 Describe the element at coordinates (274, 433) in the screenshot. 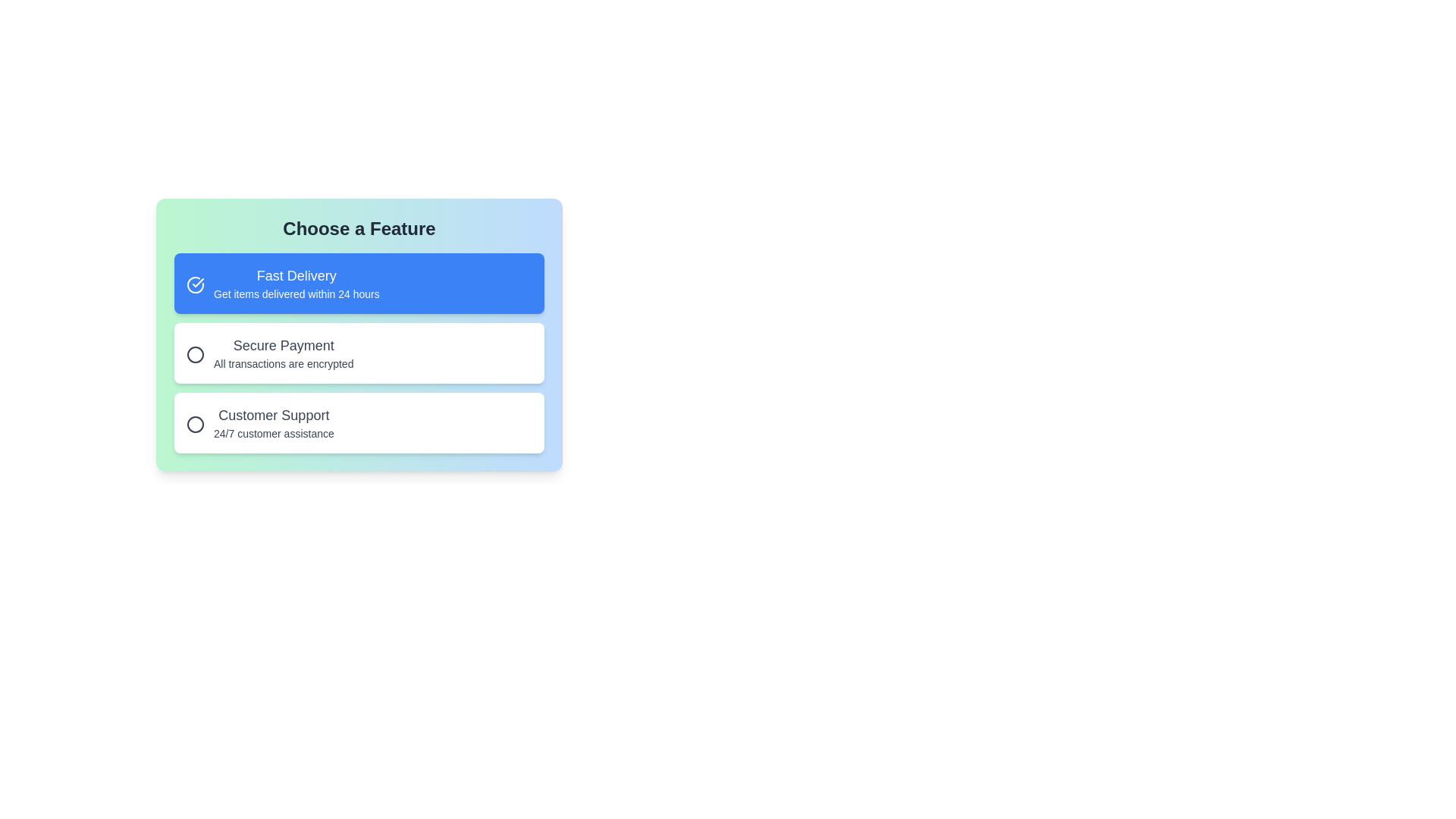

I see `the text label reading '24/7 customer assistance', which is positioned beneath the bold 'Customer Support' title in the third option of the selection list` at that location.